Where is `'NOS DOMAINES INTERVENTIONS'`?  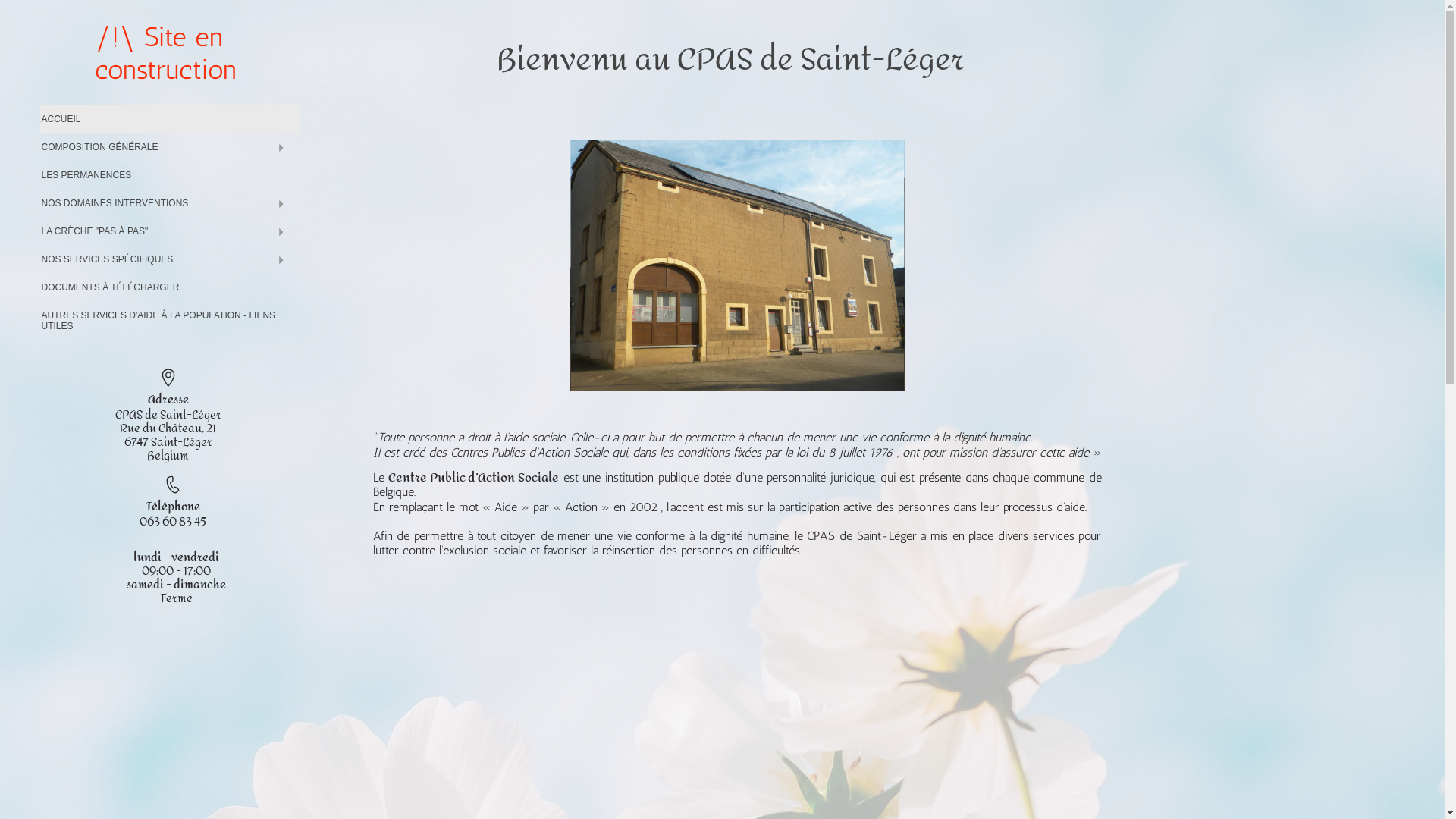 'NOS DOMAINES INTERVENTIONS' is located at coordinates (169, 202).